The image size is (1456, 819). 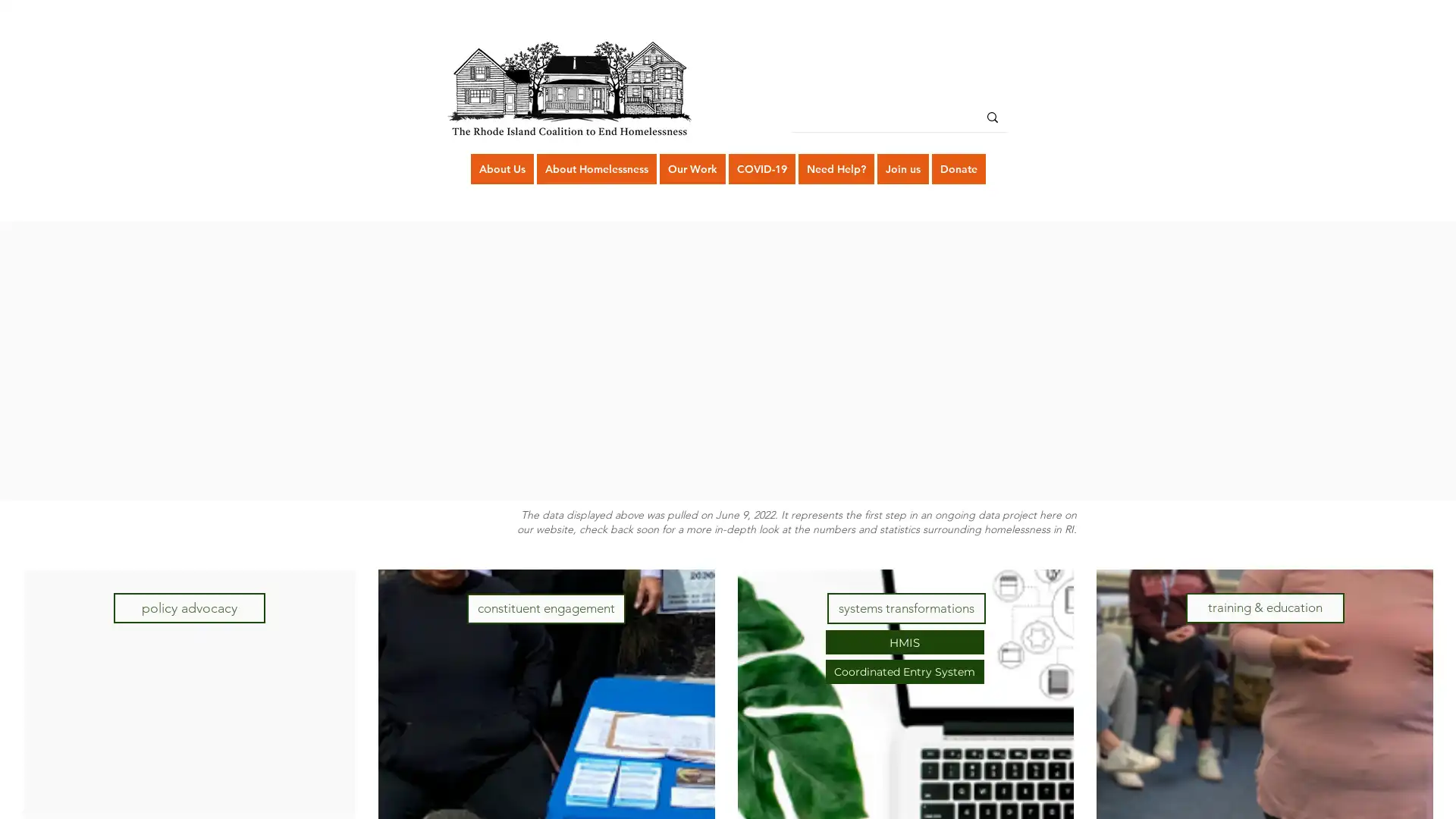 What do you see at coordinates (905, 607) in the screenshot?
I see `systems transformations` at bounding box center [905, 607].